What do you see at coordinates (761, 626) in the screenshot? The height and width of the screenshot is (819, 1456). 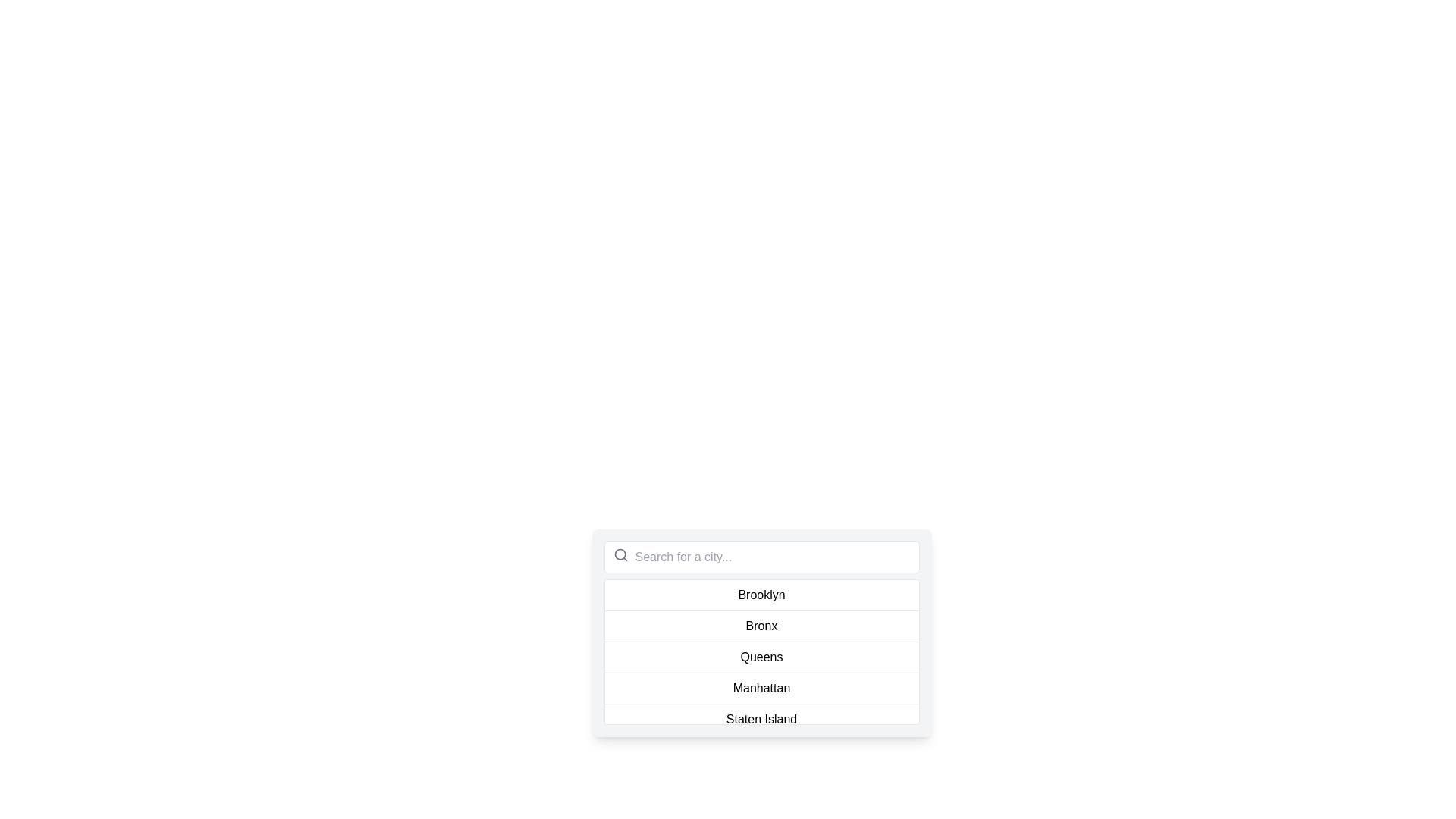 I see `the text label displaying 'Bronx'` at bounding box center [761, 626].